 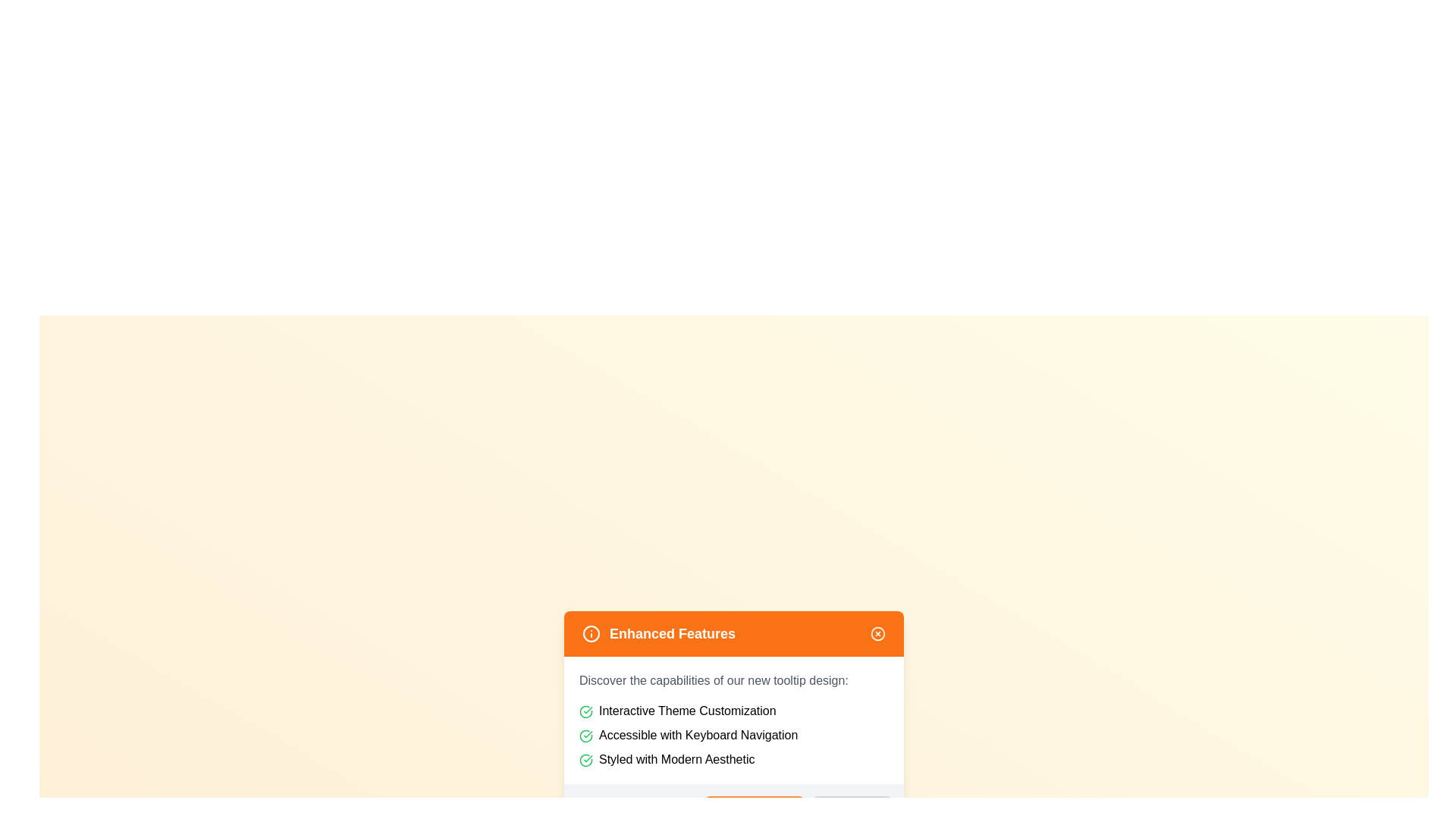 I want to click on the outer circle of the 'x' icon located at the top right corner of the orange header bar labeled 'Enhanced Features', so click(x=877, y=634).